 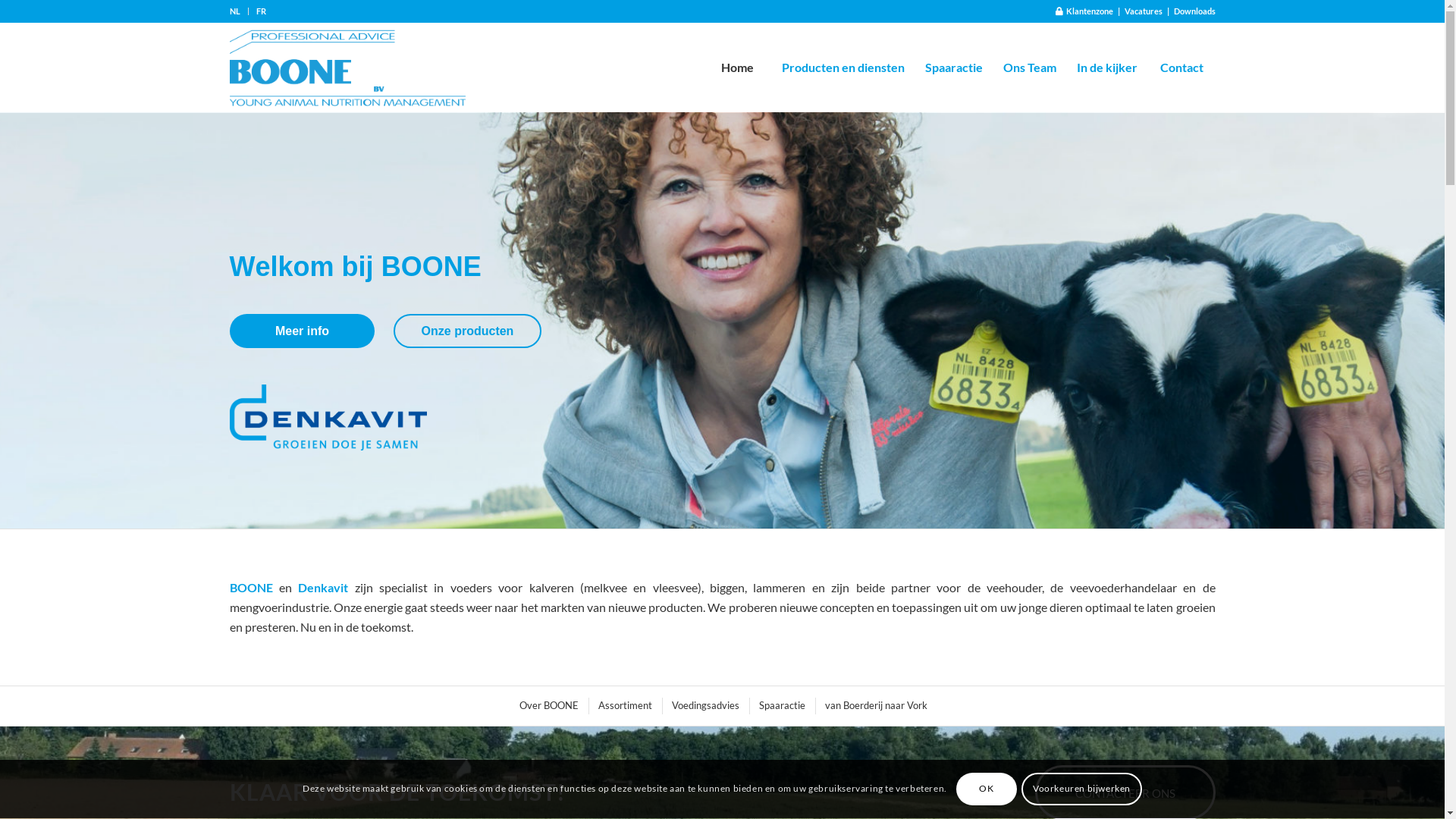 What do you see at coordinates (986, 789) in the screenshot?
I see `'OK'` at bounding box center [986, 789].